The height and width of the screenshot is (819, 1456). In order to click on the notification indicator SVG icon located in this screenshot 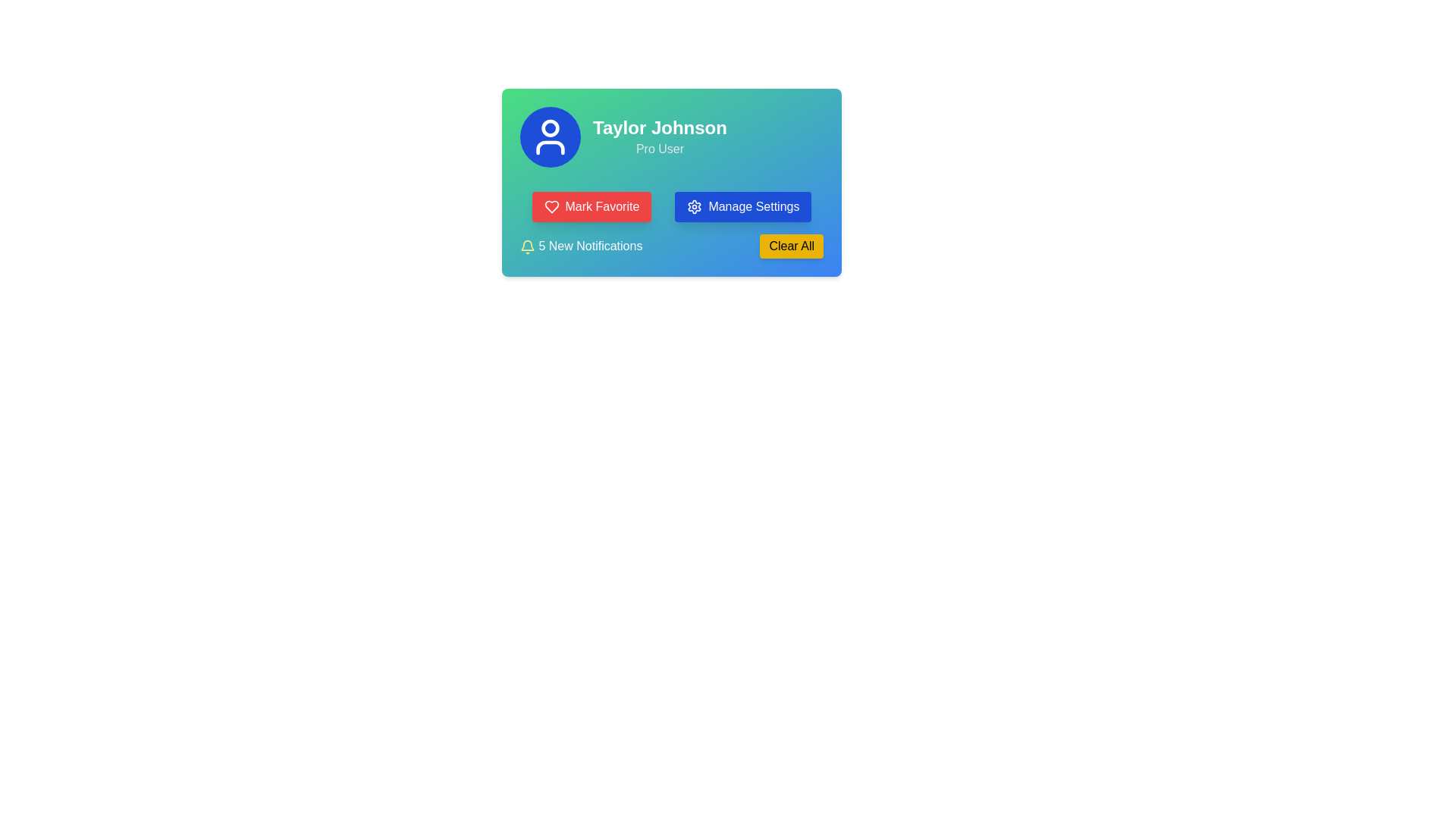, I will do `click(528, 244)`.